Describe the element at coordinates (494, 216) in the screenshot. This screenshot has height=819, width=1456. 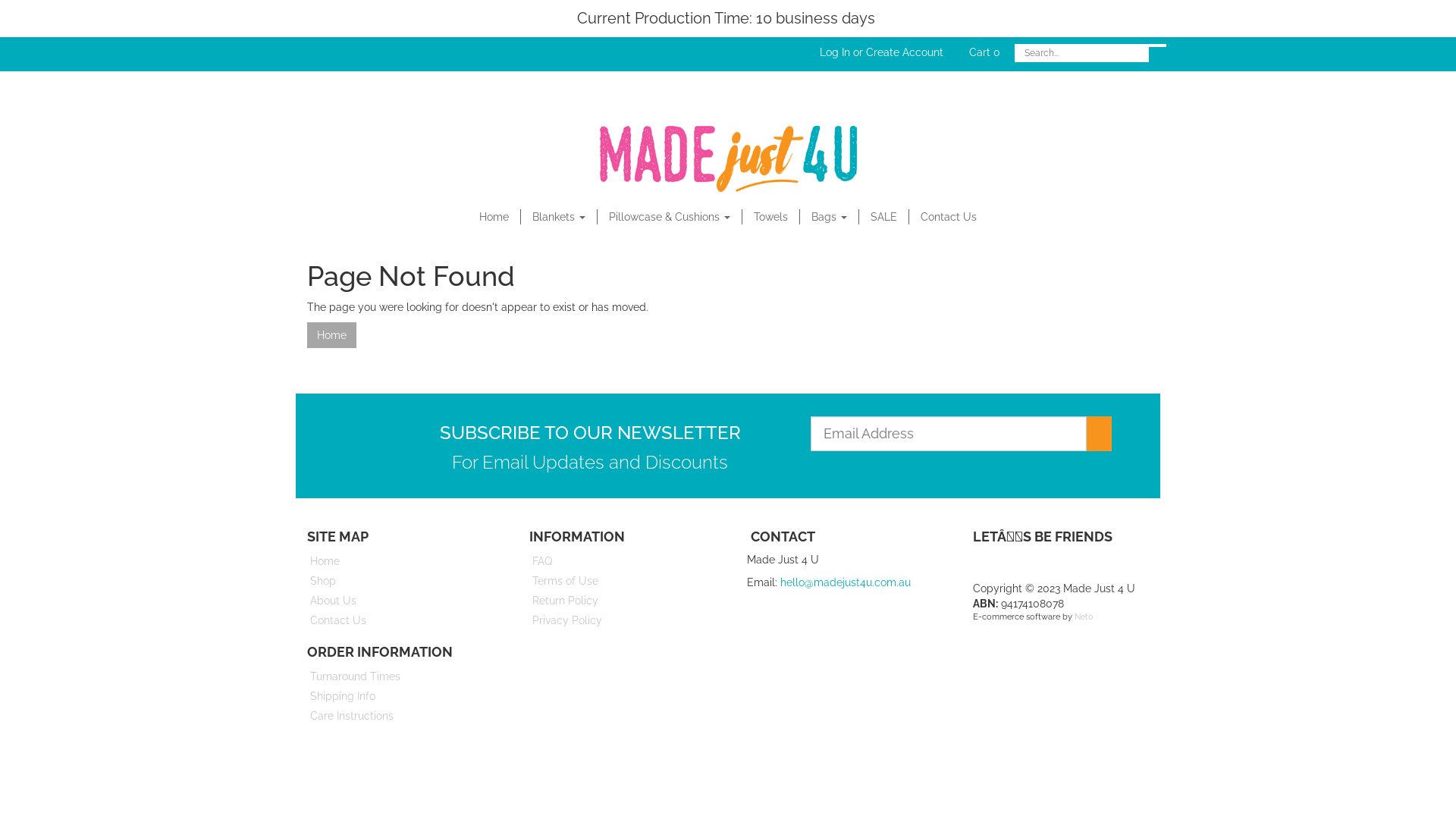
I see `'Home'` at that location.